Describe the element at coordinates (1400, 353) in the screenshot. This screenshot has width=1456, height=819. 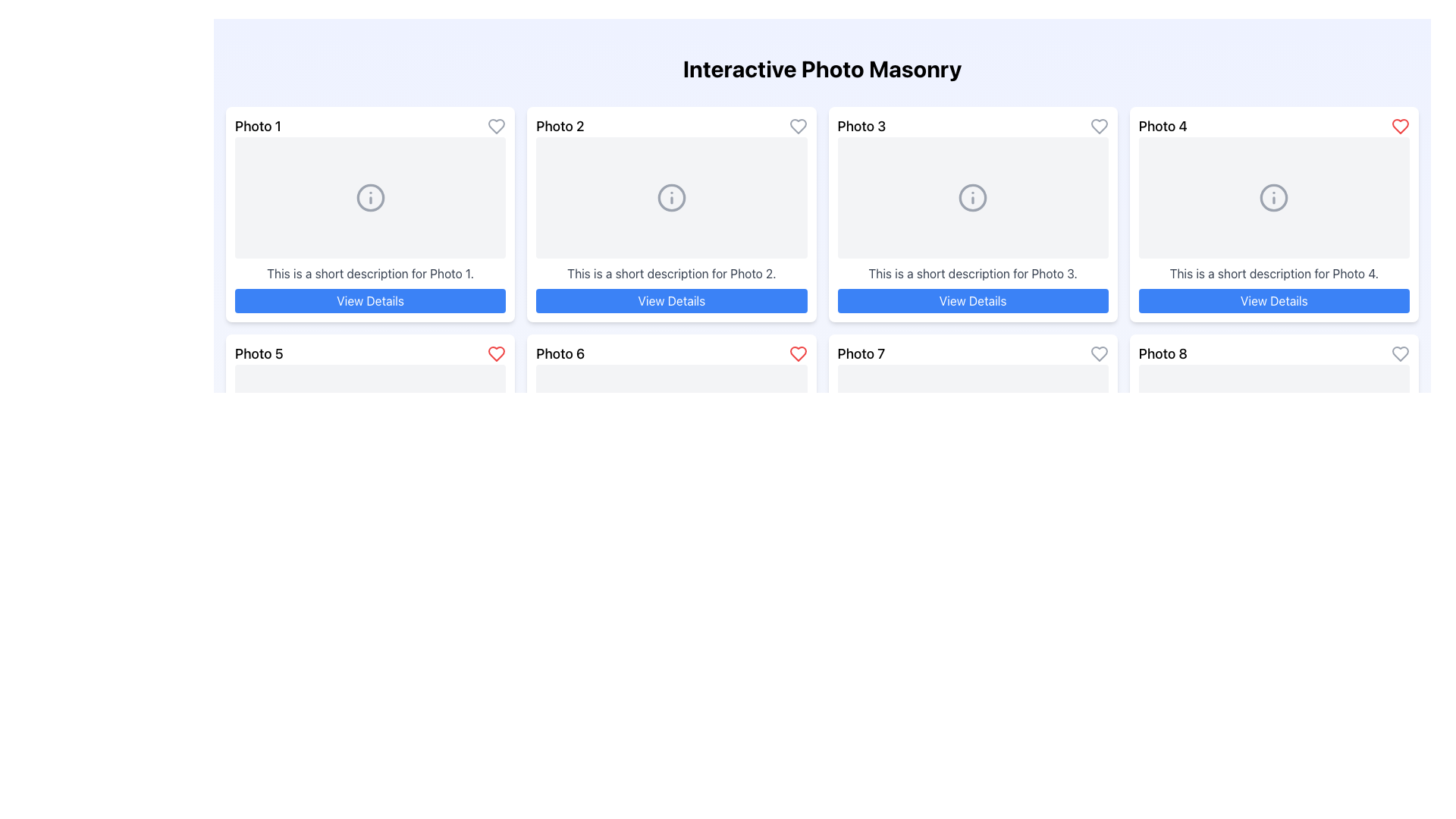
I see `the heart-shaped outline icon located at the top-right corner of the 'Photo 8' card` at that location.